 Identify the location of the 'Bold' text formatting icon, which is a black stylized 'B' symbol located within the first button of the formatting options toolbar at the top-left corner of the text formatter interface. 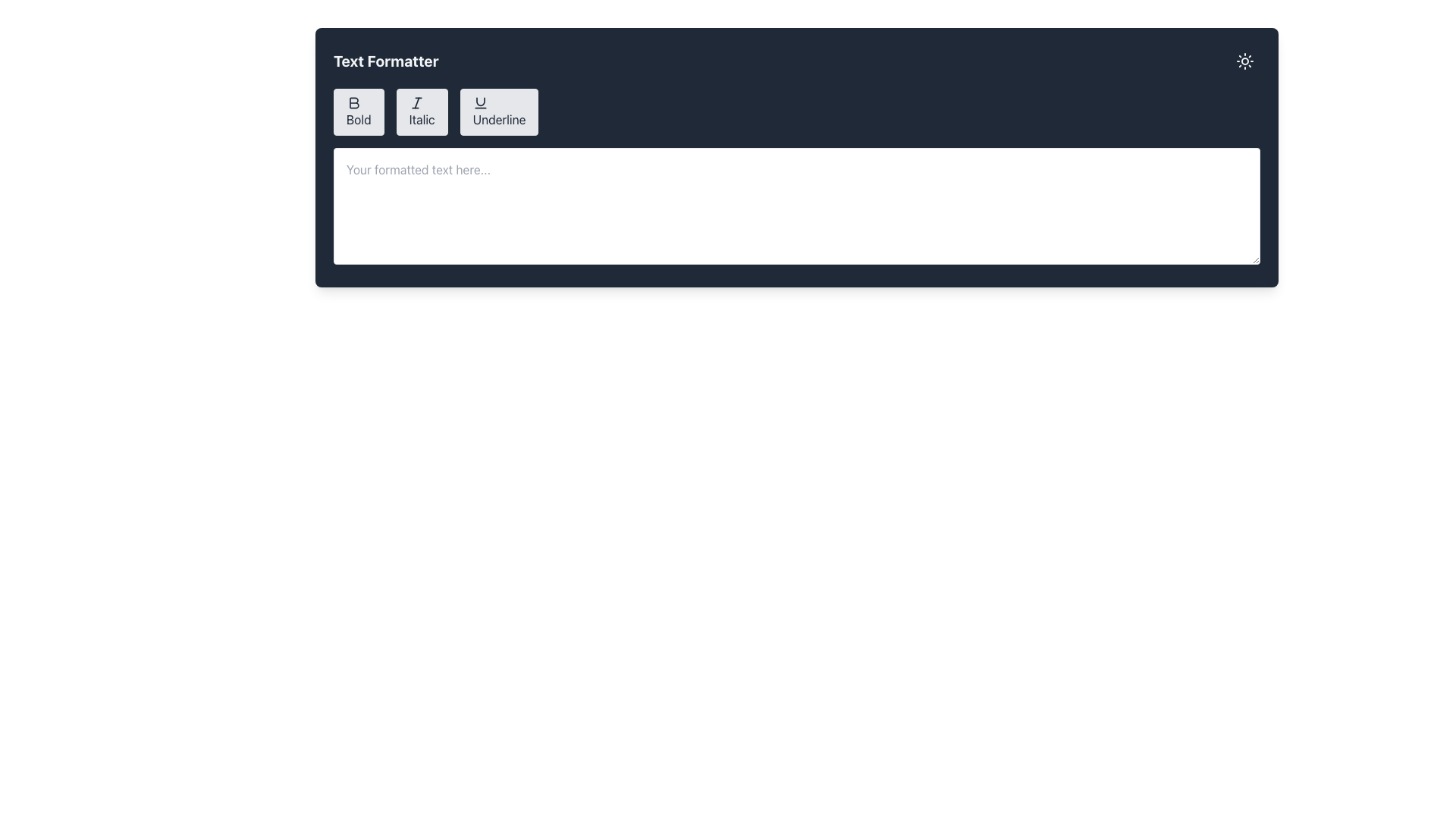
(353, 102).